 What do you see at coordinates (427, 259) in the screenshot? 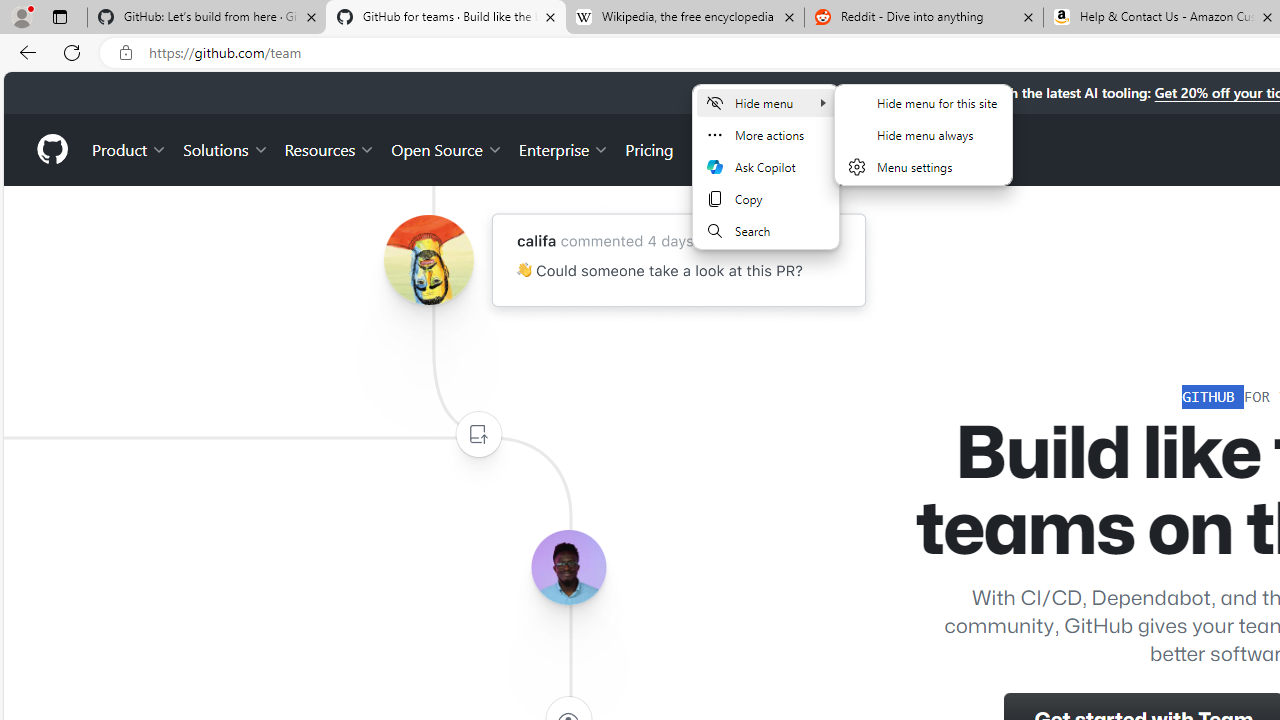
I see `'Avatar of the user califa'` at bounding box center [427, 259].